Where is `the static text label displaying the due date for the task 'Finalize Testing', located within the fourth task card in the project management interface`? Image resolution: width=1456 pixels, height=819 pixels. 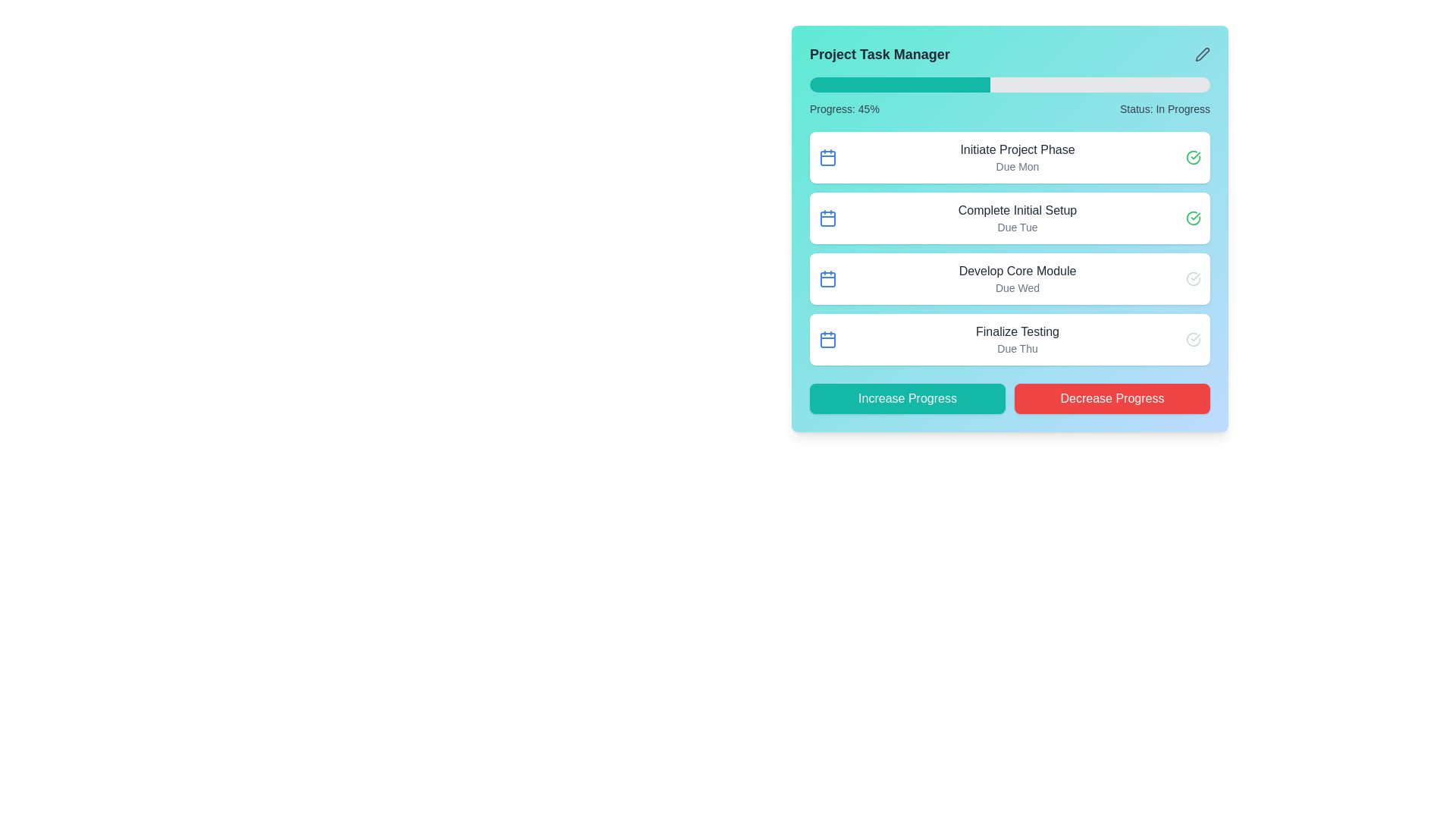
the static text label displaying the due date for the task 'Finalize Testing', located within the fourth task card in the project management interface is located at coordinates (1018, 348).